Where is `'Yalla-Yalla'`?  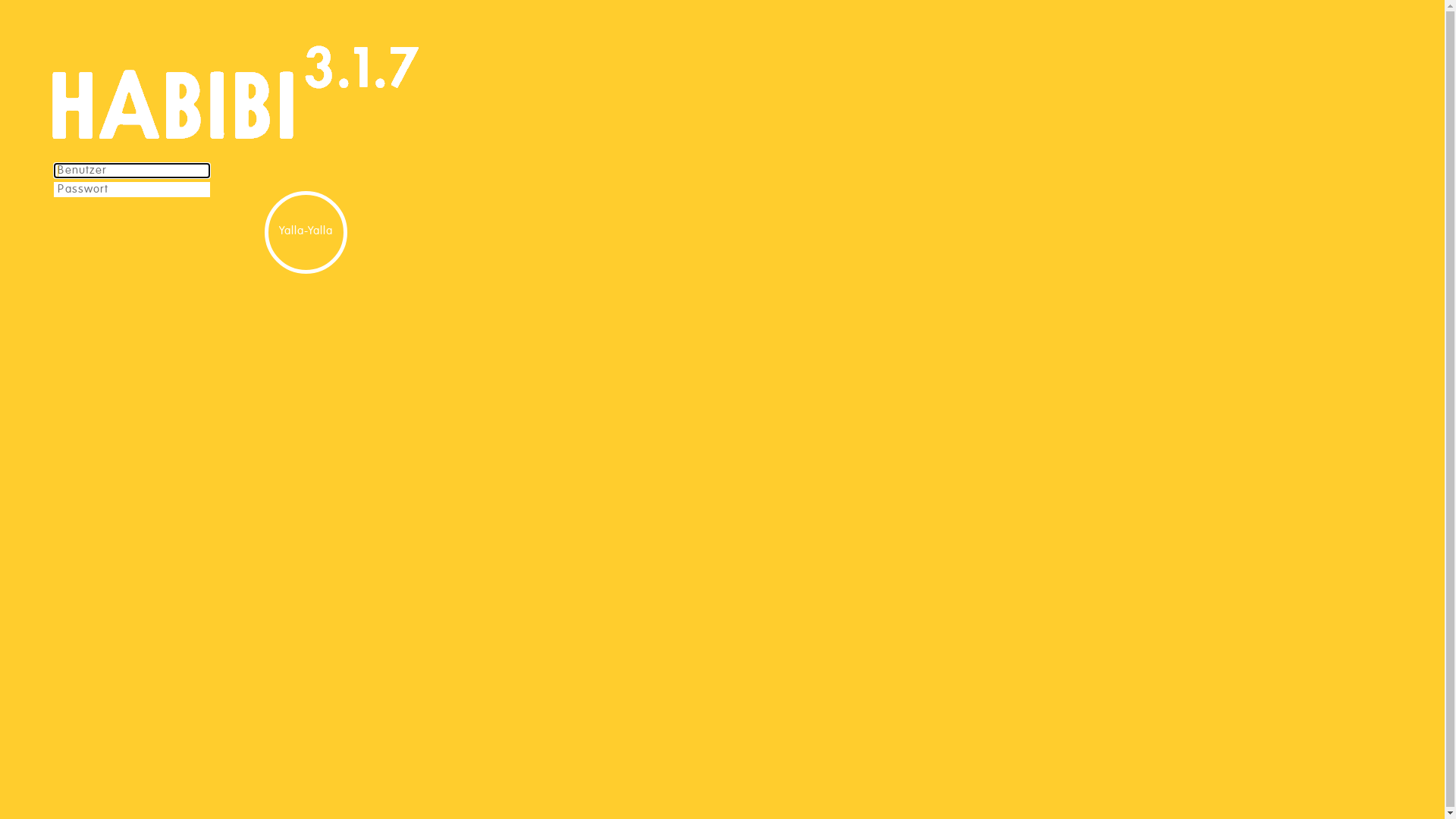 'Yalla-Yalla' is located at coordinates (305, 232).